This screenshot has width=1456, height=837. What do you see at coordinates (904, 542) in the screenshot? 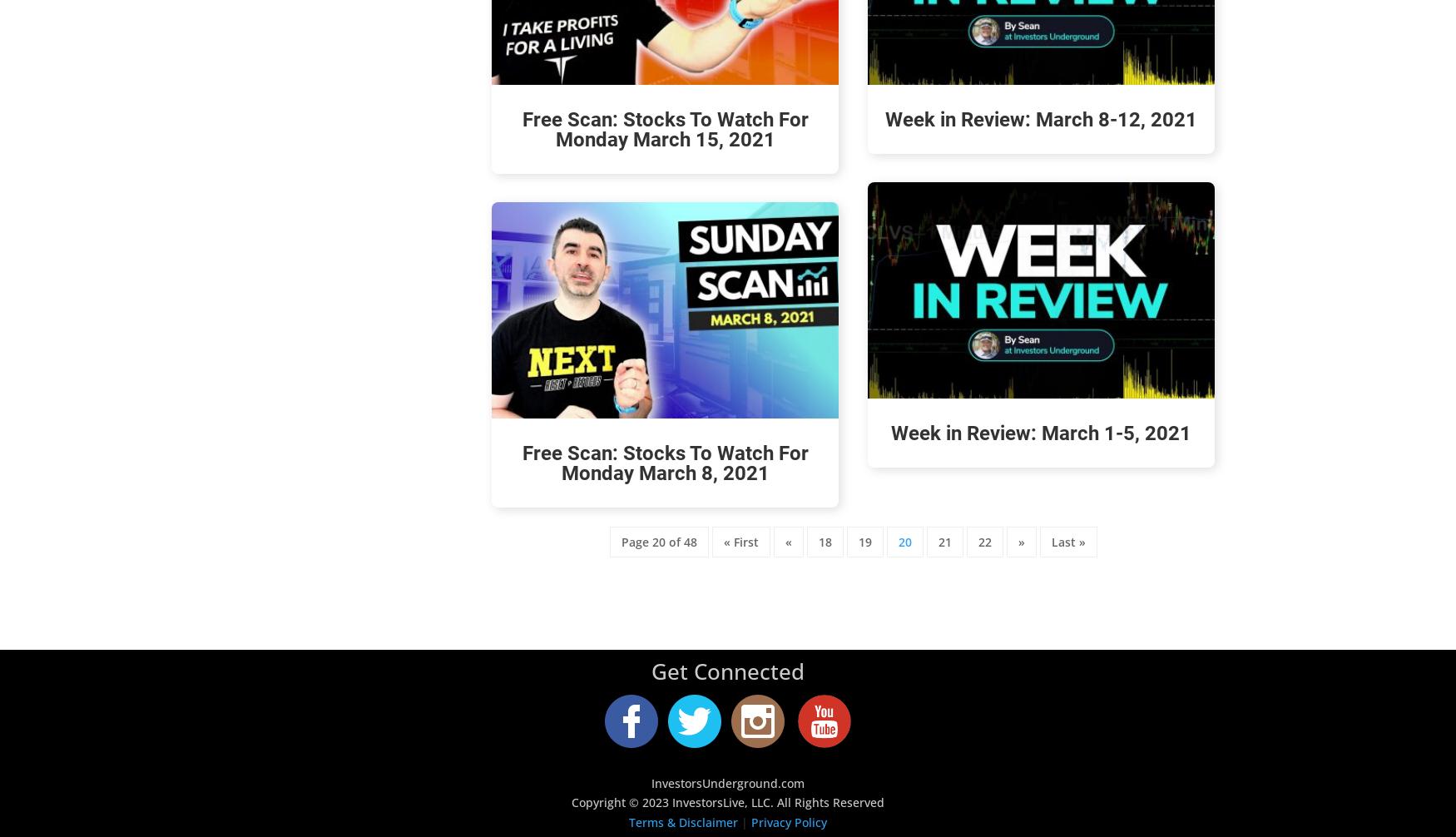
I see `'20'` at bounding box center [904, 542].